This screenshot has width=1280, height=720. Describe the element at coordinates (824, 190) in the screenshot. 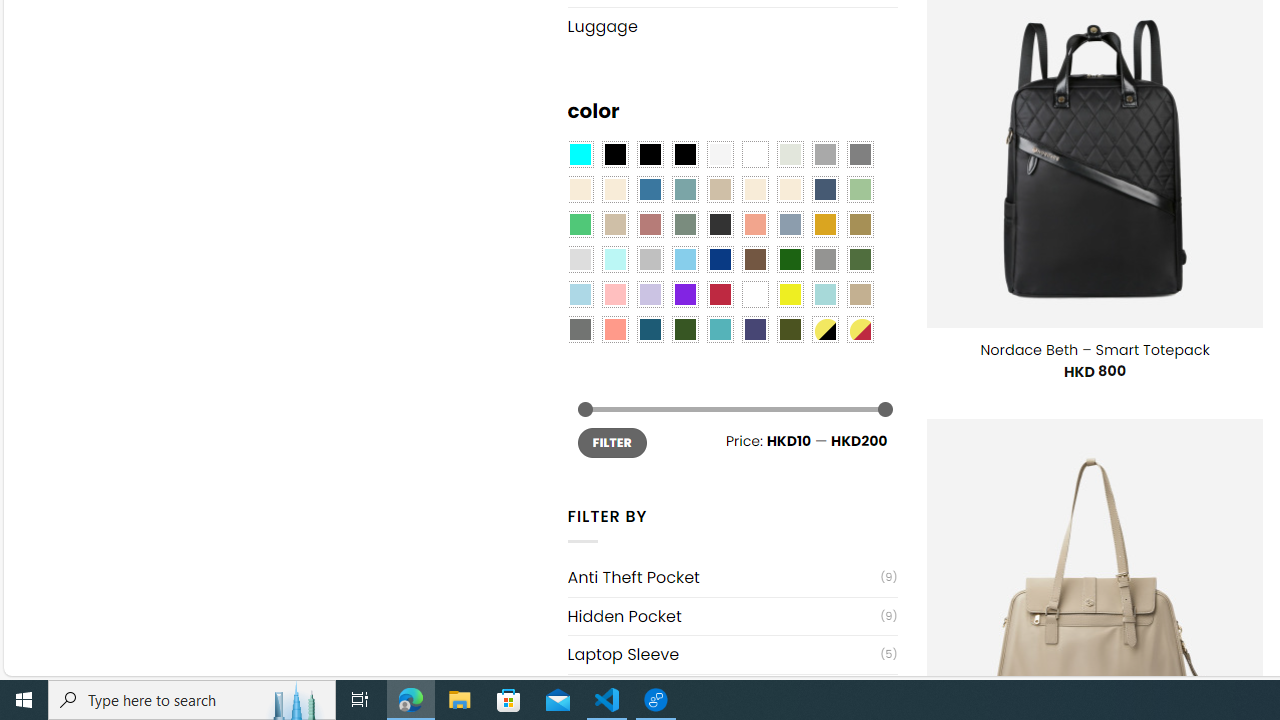

I see `'Hale Navy'` at that location.